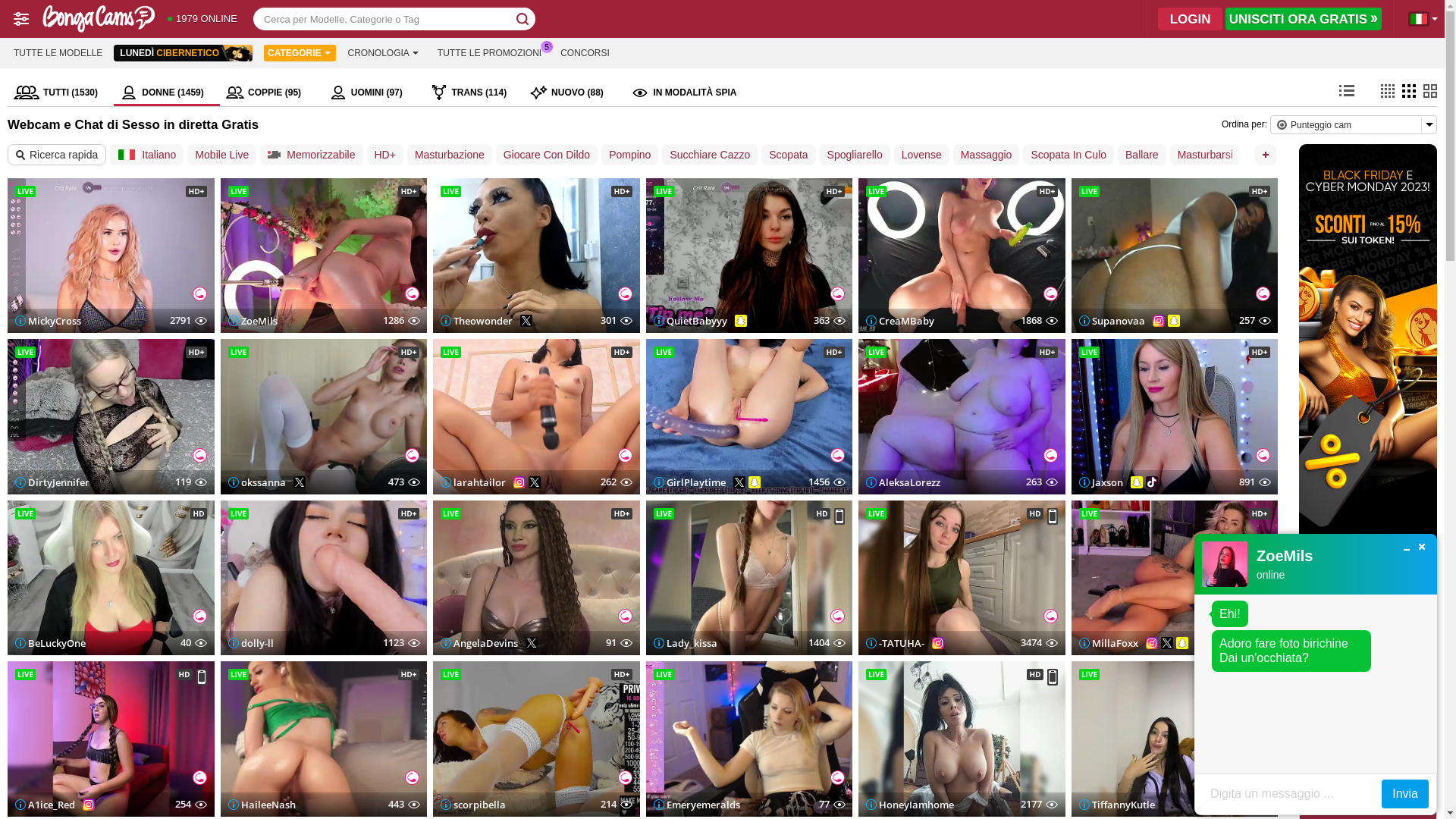  I want to click on 'COPPIE (95)', so click(271, 93).